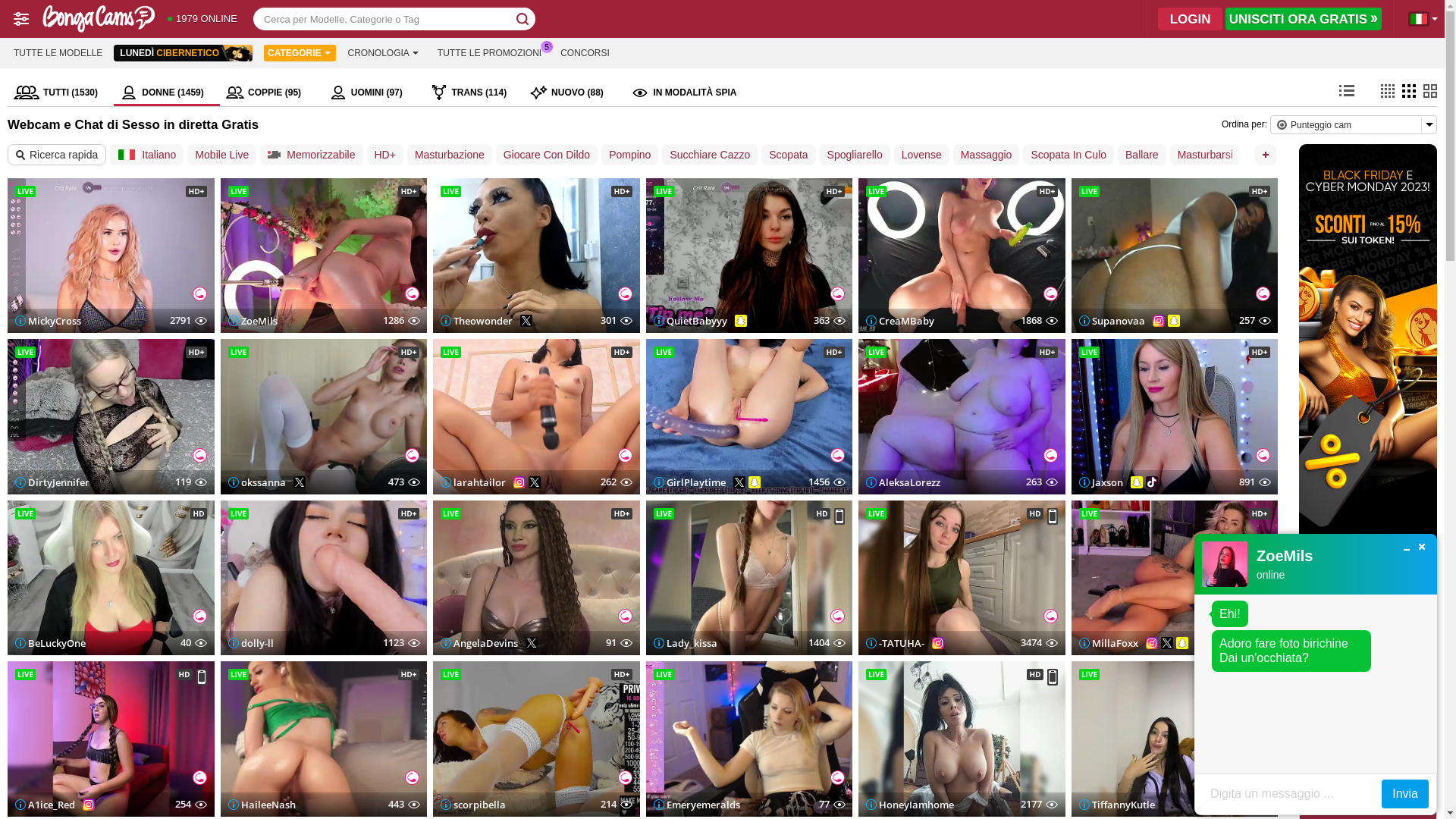  I want to click on 'COPPIE (95)', so click(271, 93).